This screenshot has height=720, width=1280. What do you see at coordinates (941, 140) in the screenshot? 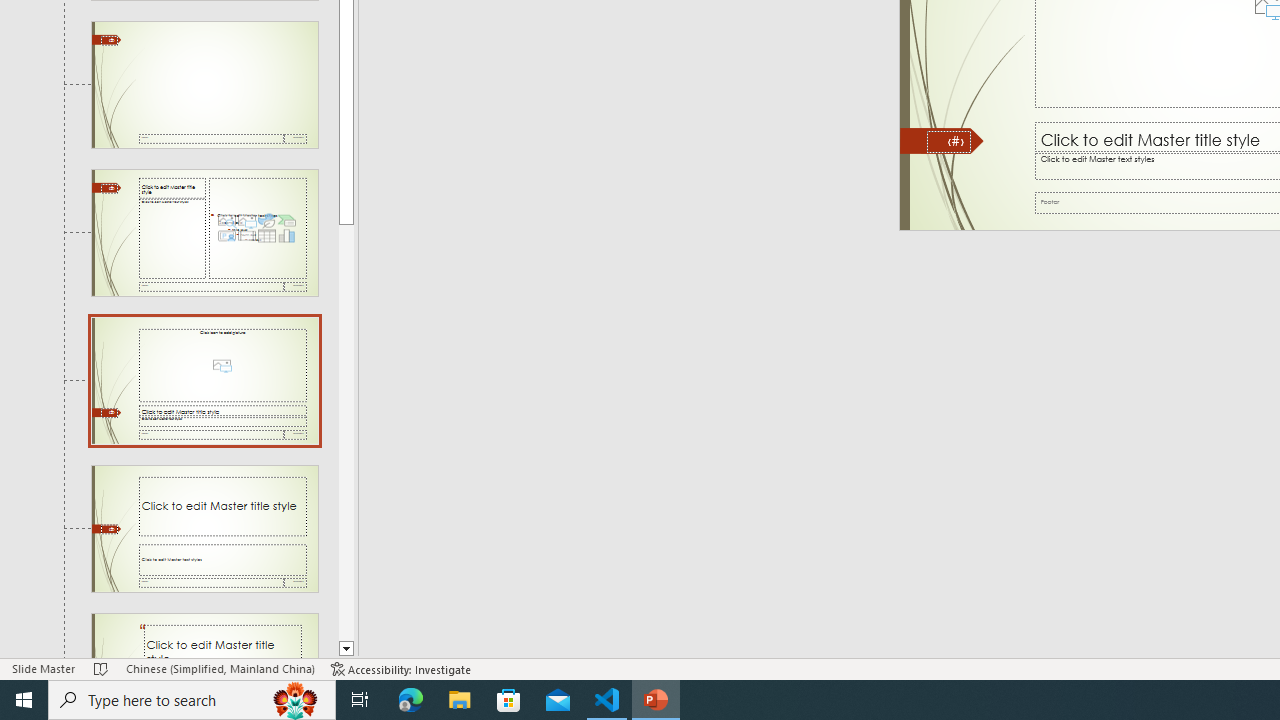
I see `'Freeform 11'` at bounding box center [941, 140].